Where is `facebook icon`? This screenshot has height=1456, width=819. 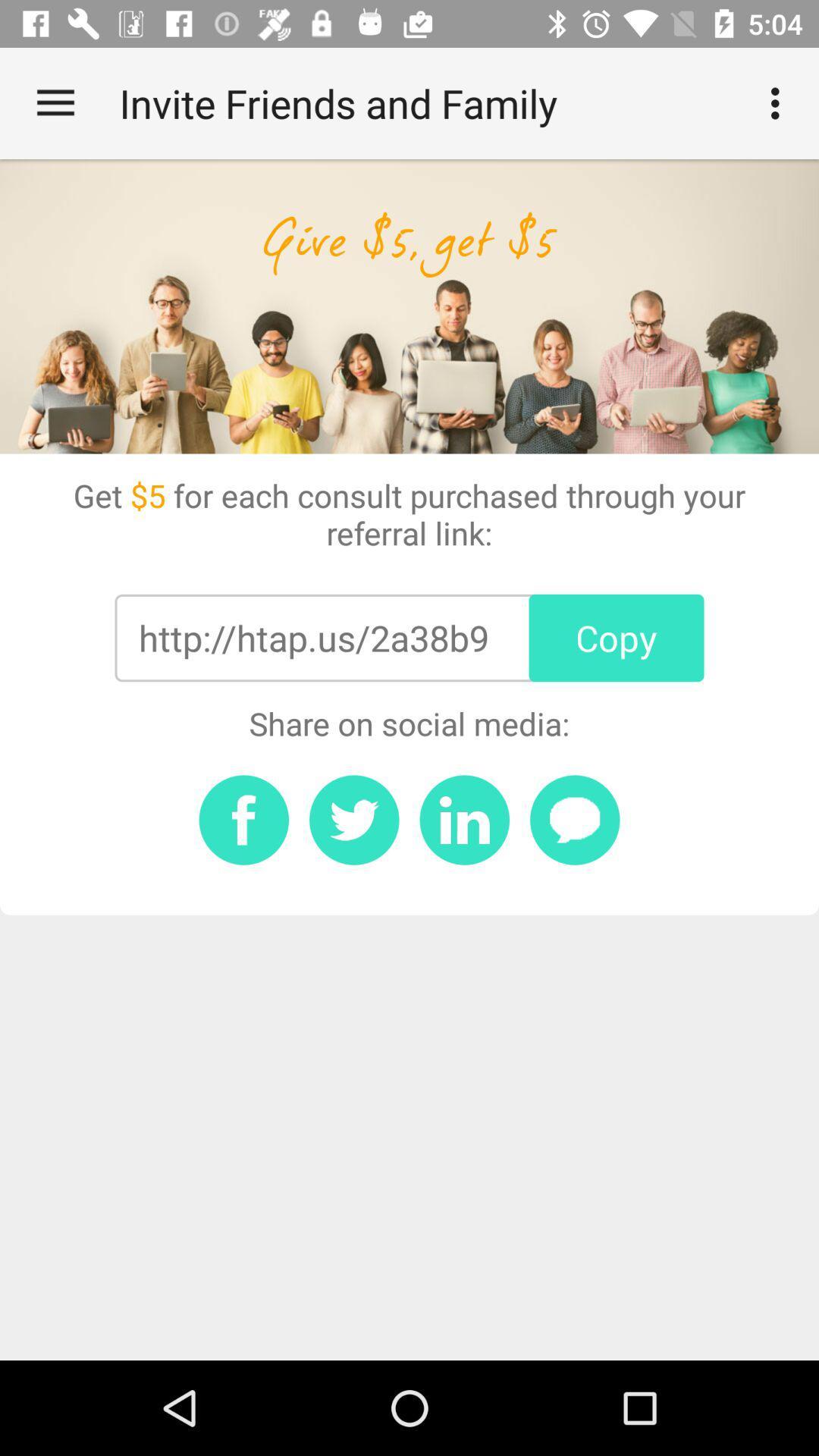 facebook icon is located at coordinates (243, 819).